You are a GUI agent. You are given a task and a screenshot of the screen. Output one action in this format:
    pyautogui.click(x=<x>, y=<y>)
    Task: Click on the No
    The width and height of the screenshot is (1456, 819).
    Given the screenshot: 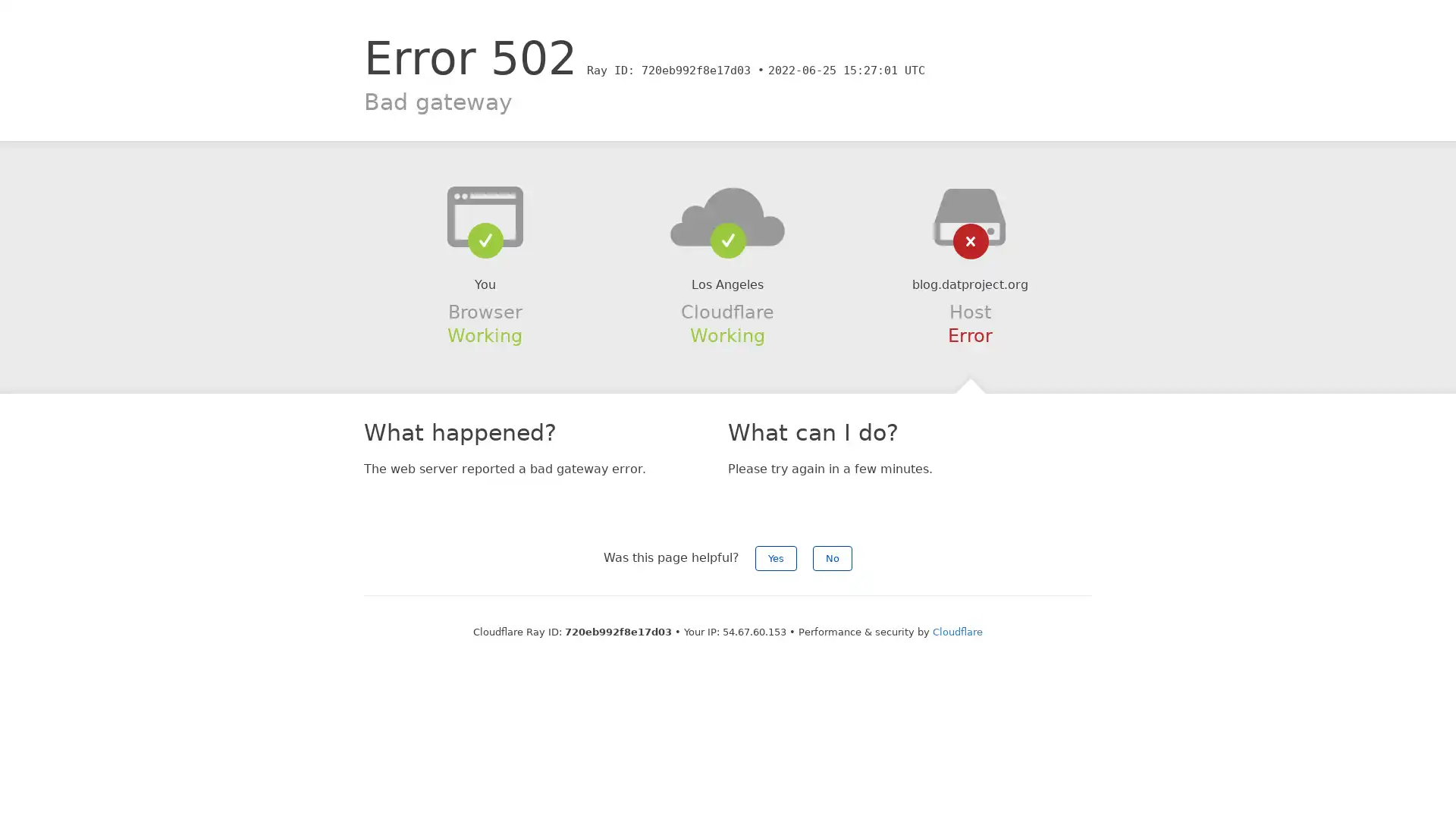 What is the action you would take?
    pyautogui.click(x=832, y=558)
    